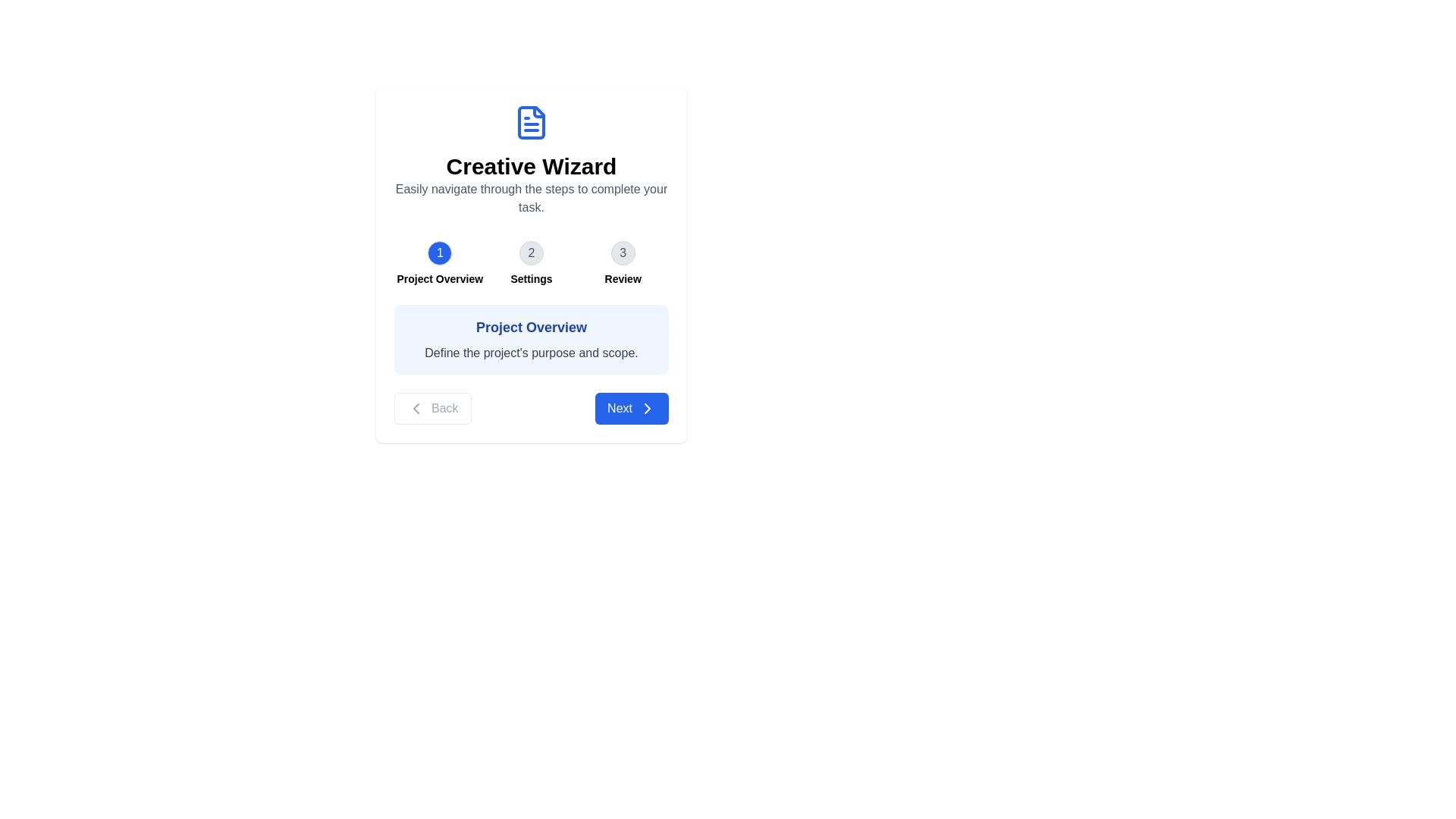 The height and width of the screenshot is (819, 1456). Describe the element at coordinates (623, 253) in the screenshot. I see `the circular step indicator button displaying the number '3', which is part of a horizontally aligned group of step indicators` at that location.